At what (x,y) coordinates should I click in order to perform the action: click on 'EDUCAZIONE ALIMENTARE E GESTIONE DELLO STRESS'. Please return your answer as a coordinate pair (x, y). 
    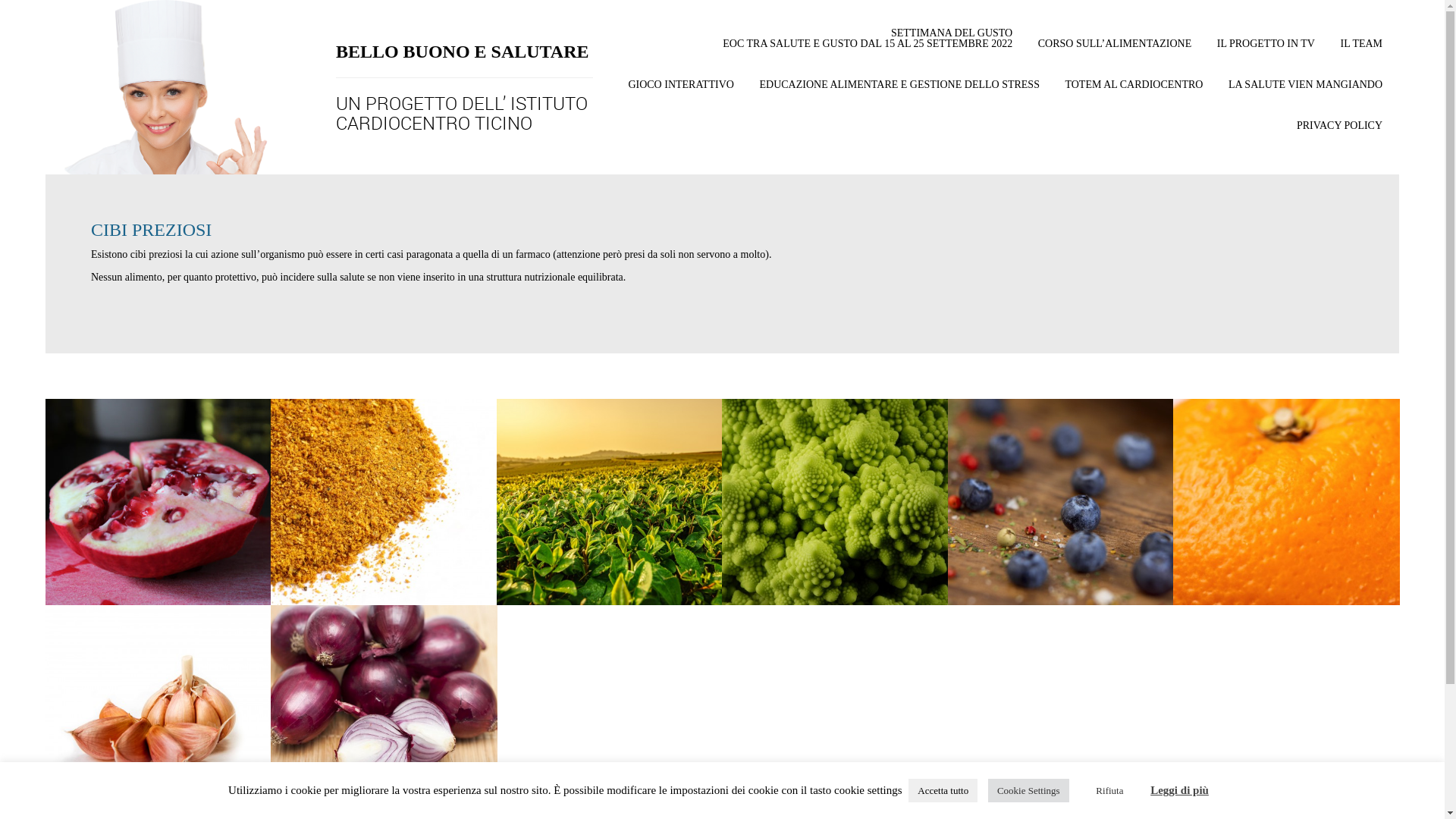
    Looking at the image, I should click on (899, 93).